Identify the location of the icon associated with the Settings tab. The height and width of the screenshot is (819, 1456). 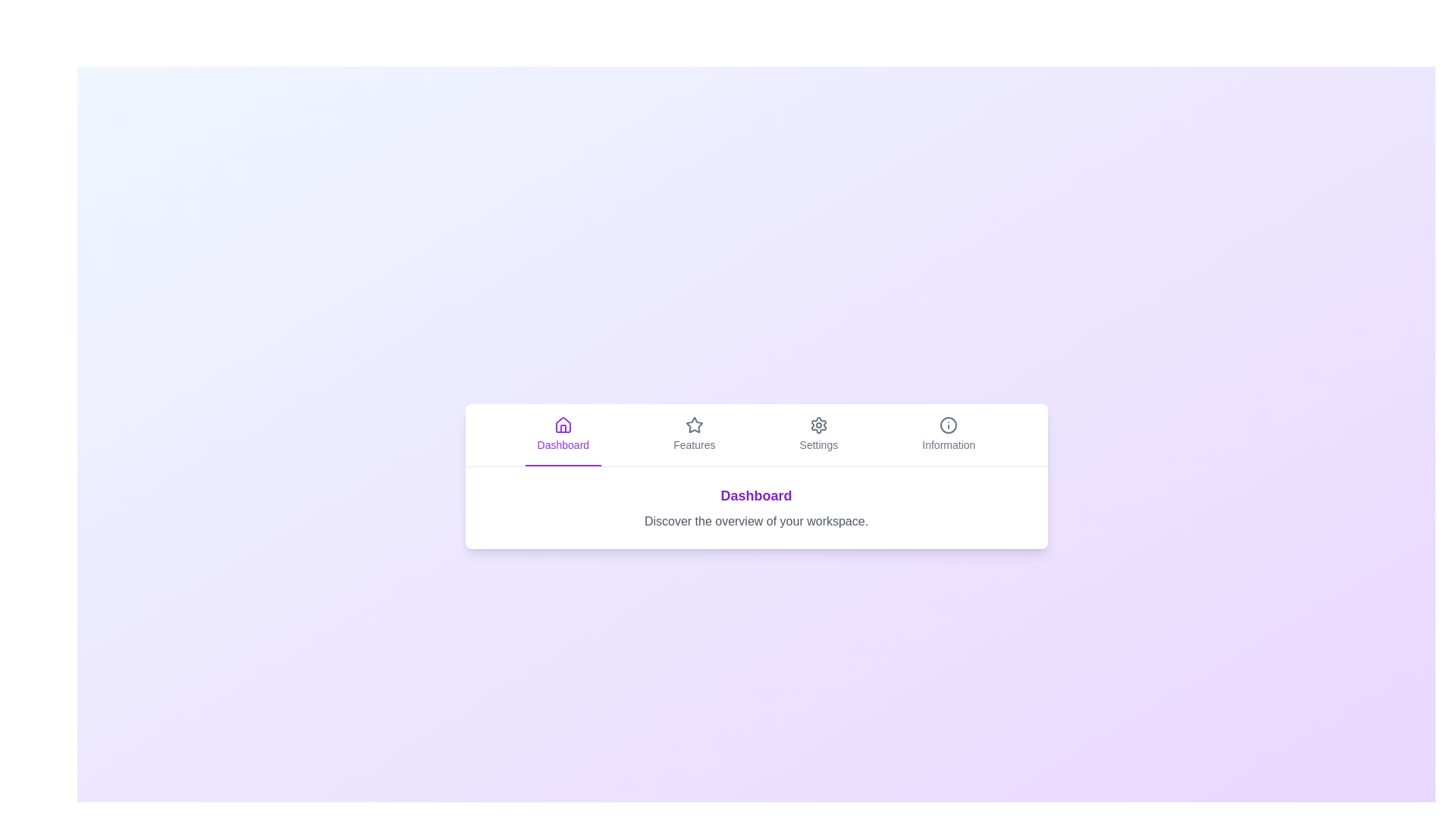
(817, 425).